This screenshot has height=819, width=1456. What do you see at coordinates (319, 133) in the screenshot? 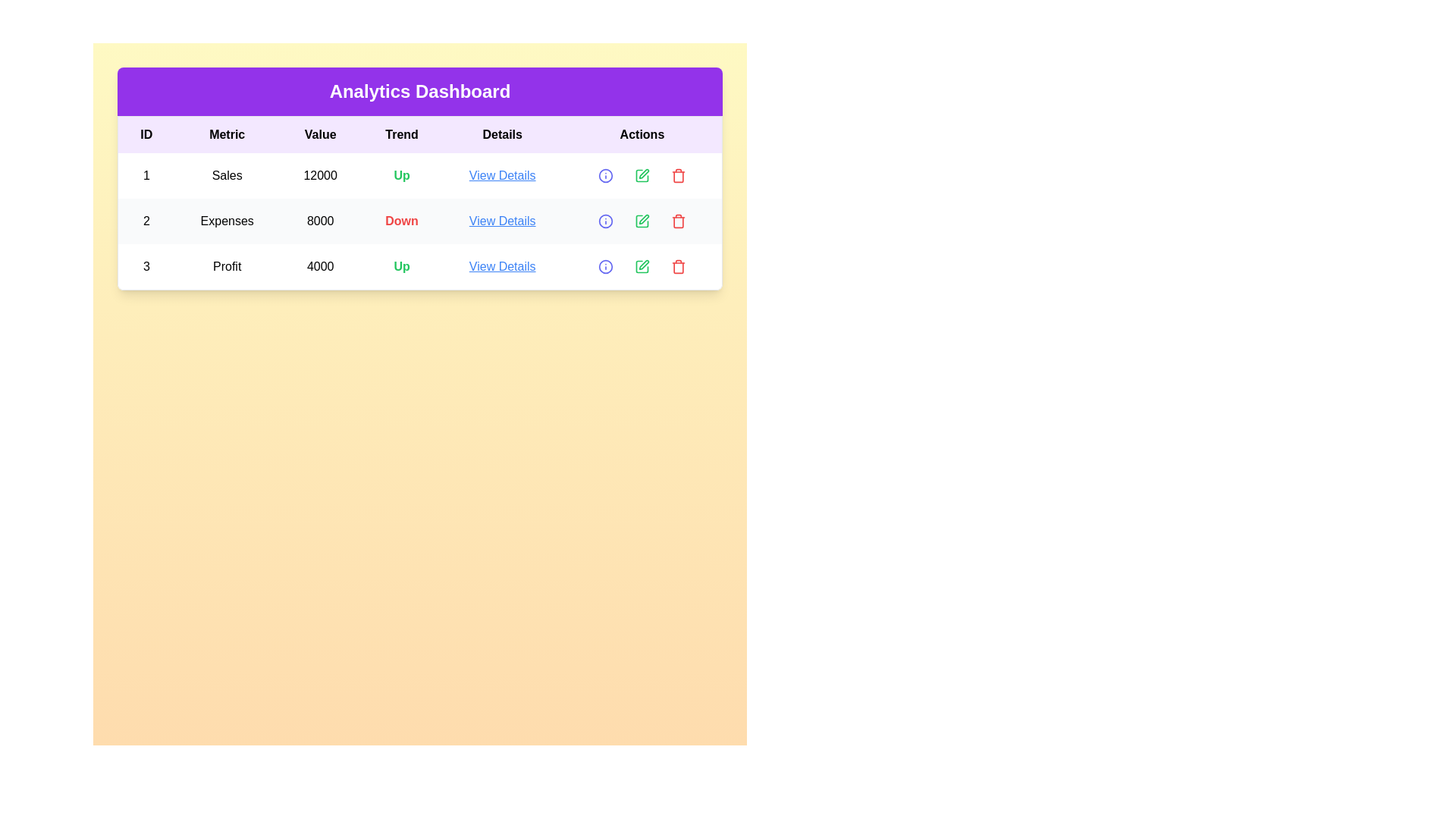
I see `the 'Value' column header cell in the dashboard table, which is positioned between the 'Metric' and 'Trend' headers` at bounding box center [319, 133].